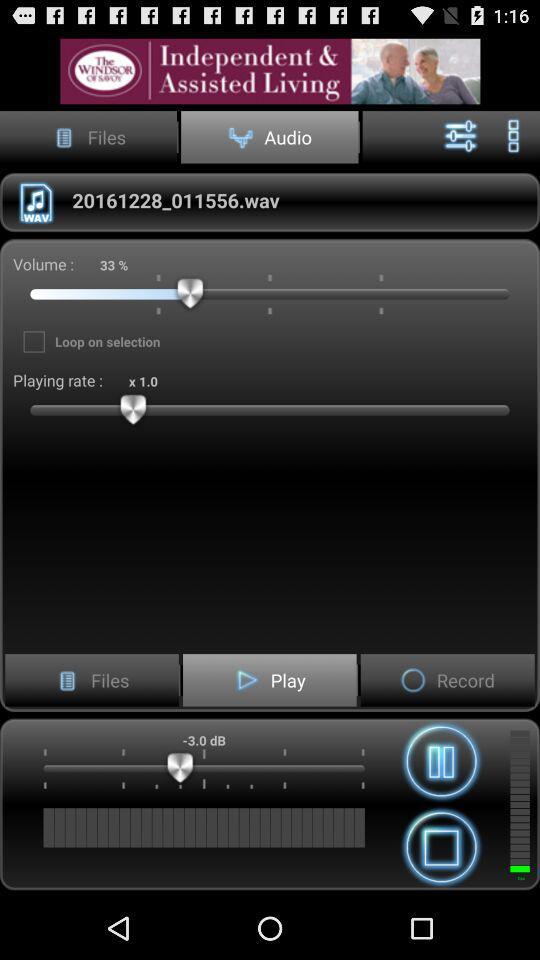 Image resolution: width=540 pixels, height=960 pixels. I want to click on see advertisement, so click(270, 71).